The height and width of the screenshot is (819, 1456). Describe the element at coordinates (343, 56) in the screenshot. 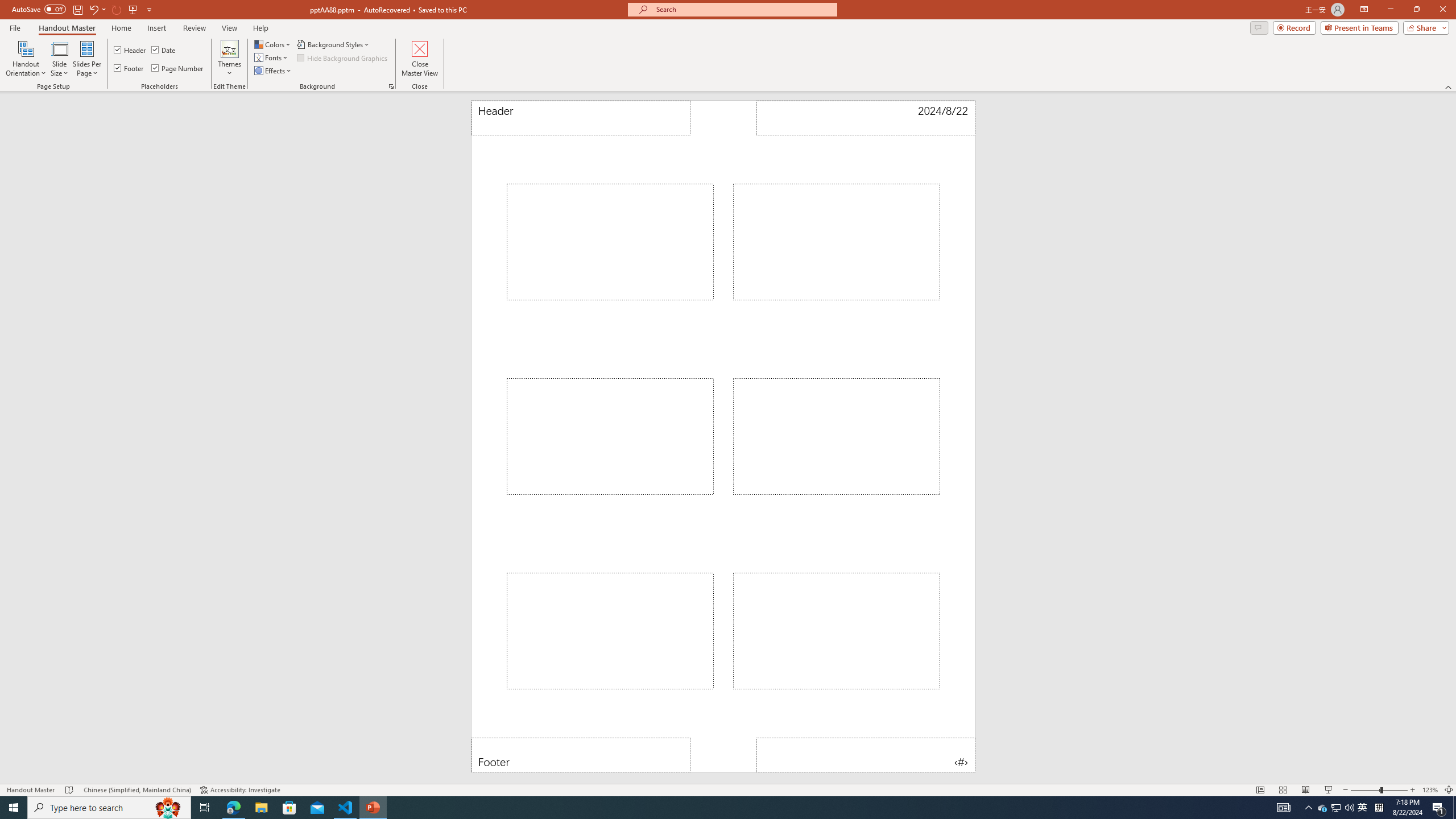

I see `'Hide Background Graphics'` at that location.